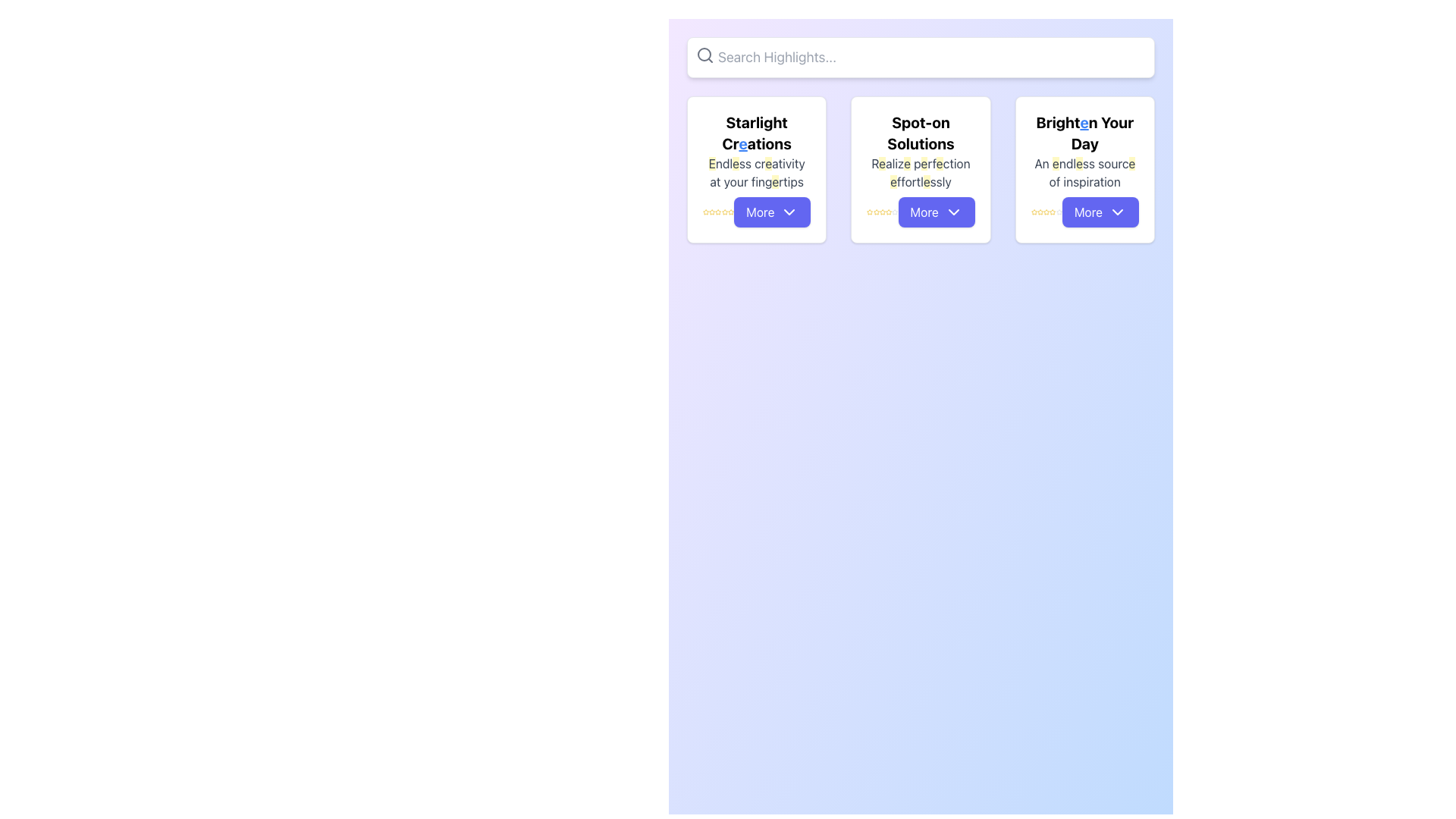 The width and height of the screenshot is (1456, 819). What do you see at coordinates (1102, 132) in the screenshot?
I see `text element displaying 'n Your Day', which is part of the phrase 'Brighten Your Day' located at the top section of the card in the third column of the grid layout` at bounding box center [1102, 132].